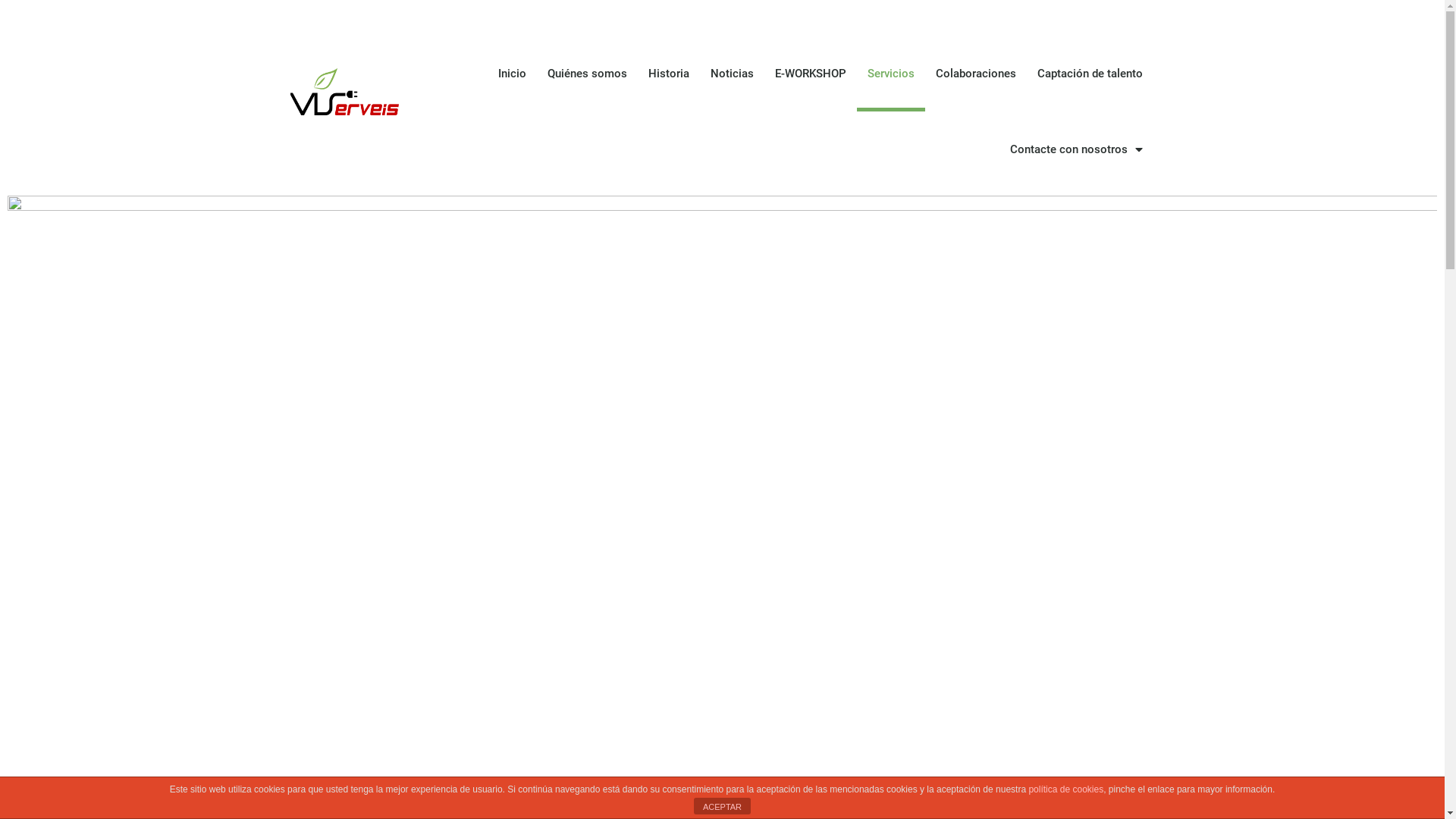  What do you see at coordinates (975, 73) in the screenshot?
I see `'Colaboraciones'` at bounding box center [975, 73].